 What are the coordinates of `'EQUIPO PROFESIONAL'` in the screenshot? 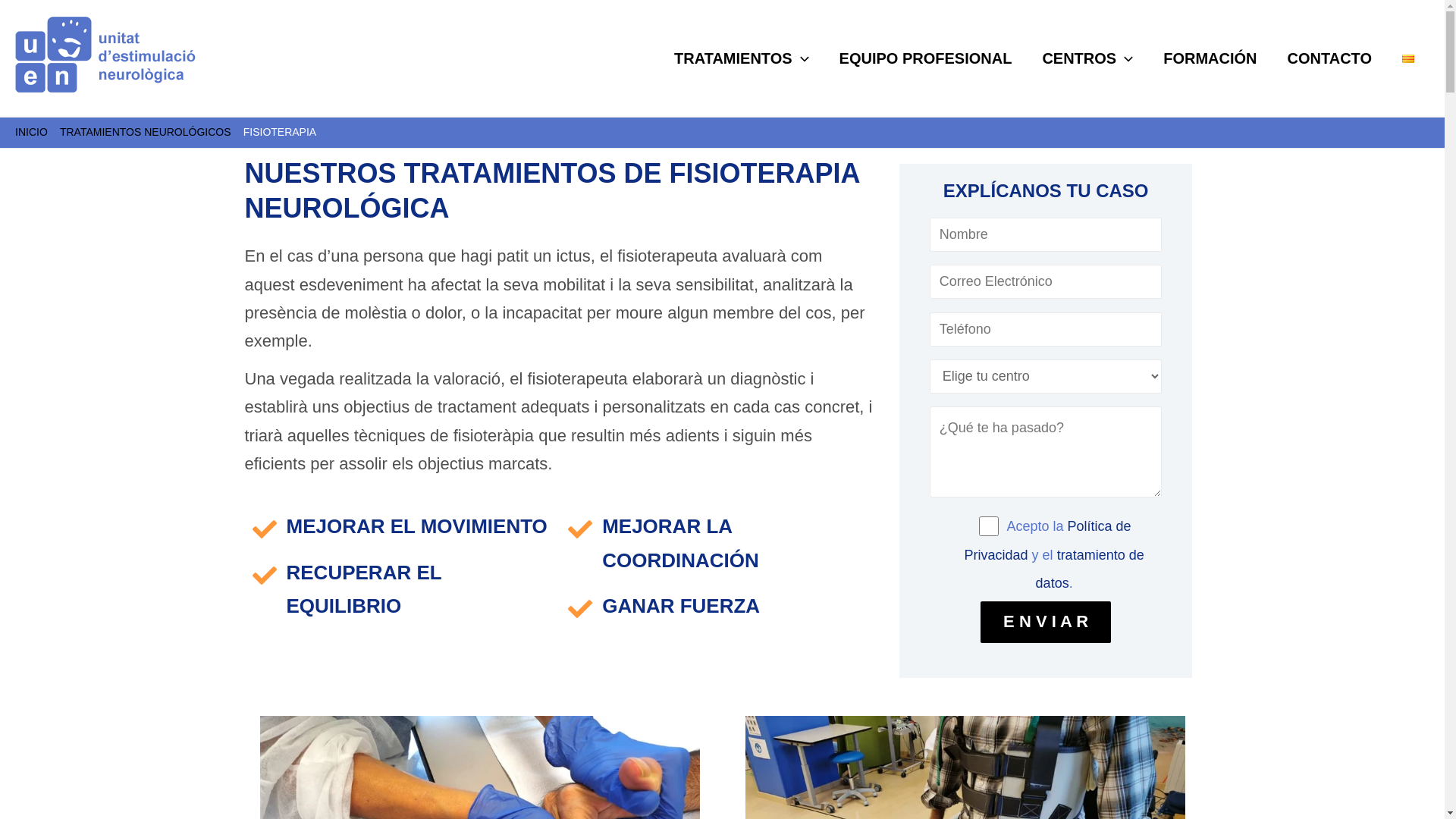 It's located at (924, 58).